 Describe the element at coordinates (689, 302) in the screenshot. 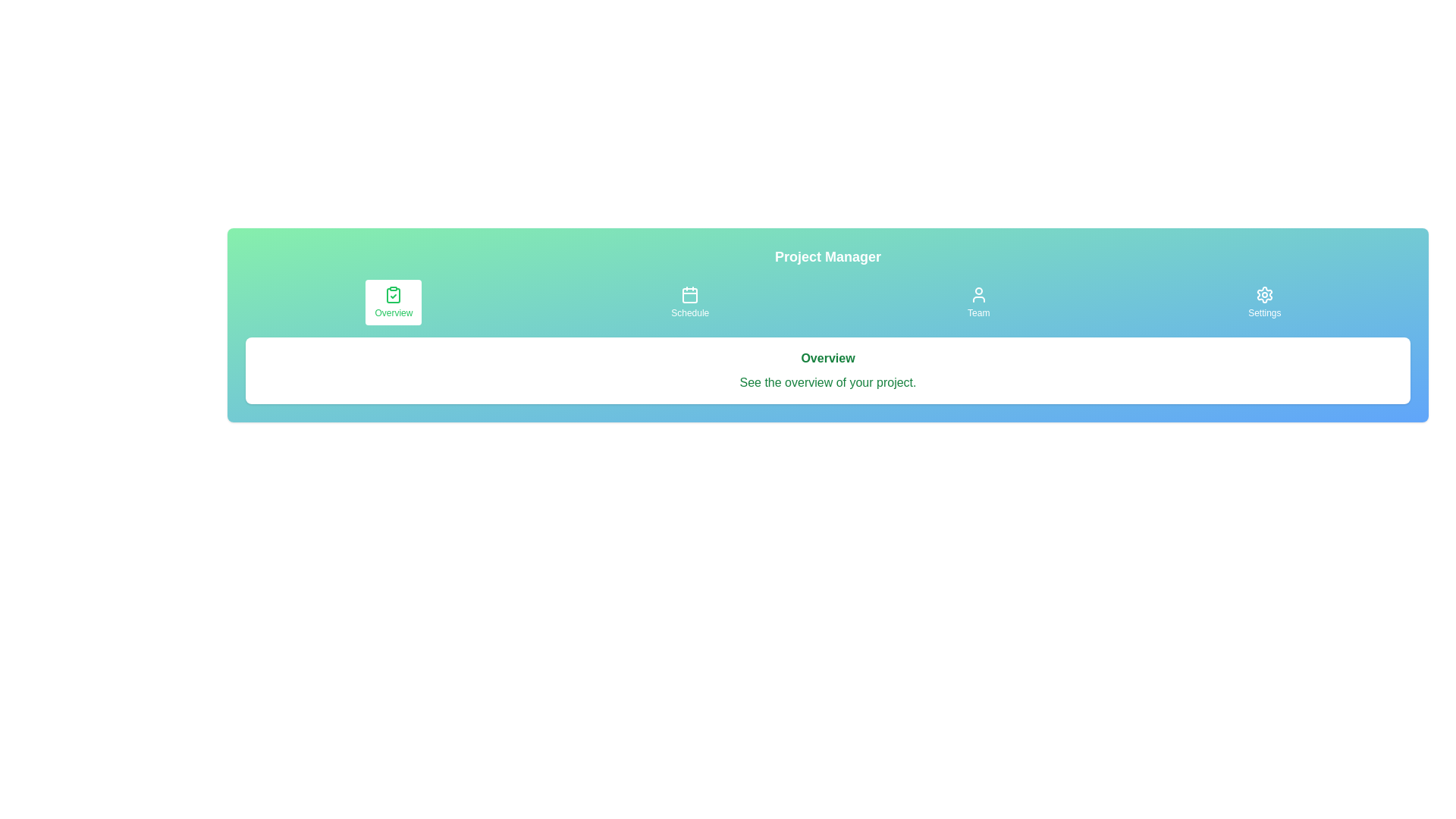

I see `the 'Schedule' button` at that location.